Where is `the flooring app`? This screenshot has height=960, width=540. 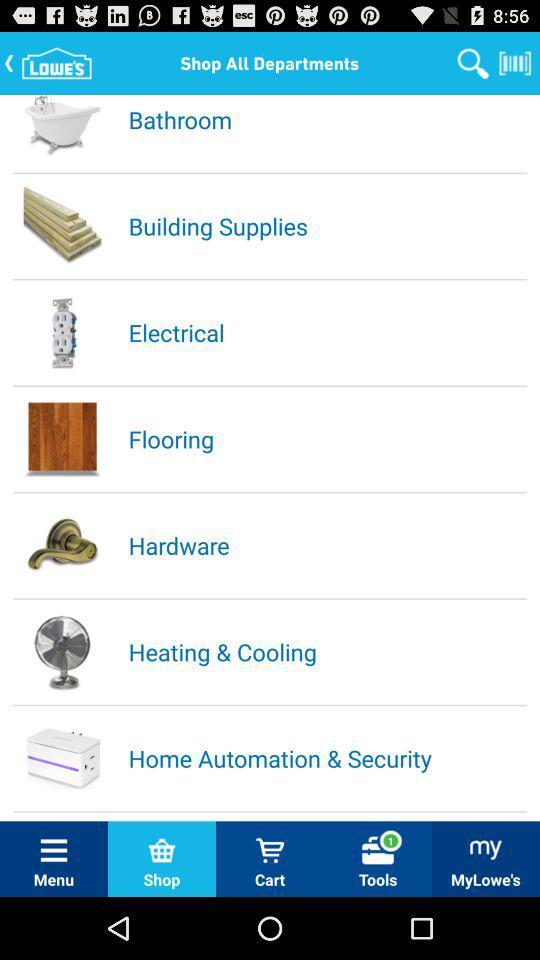
the flooring app is located at coordinates (326, 438).